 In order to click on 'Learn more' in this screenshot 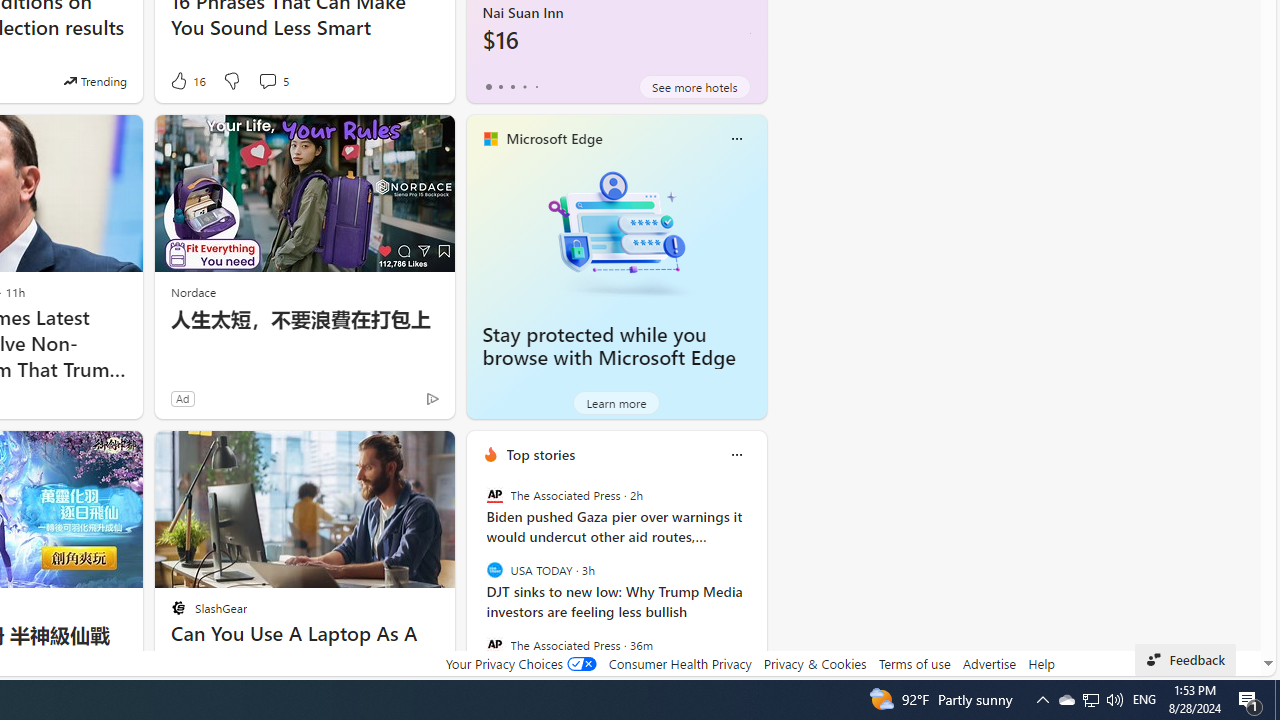, I will do `click(615, 402)`.